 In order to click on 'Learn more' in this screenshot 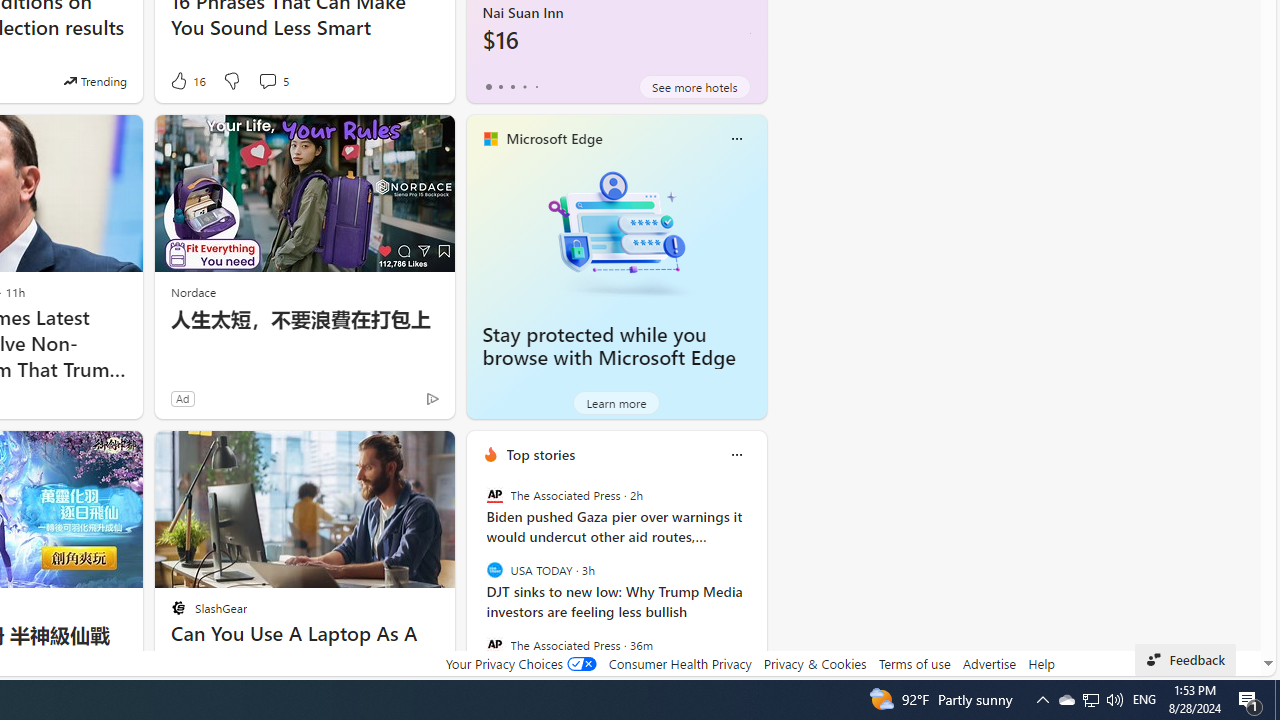, I will do `click(615, 402)`.